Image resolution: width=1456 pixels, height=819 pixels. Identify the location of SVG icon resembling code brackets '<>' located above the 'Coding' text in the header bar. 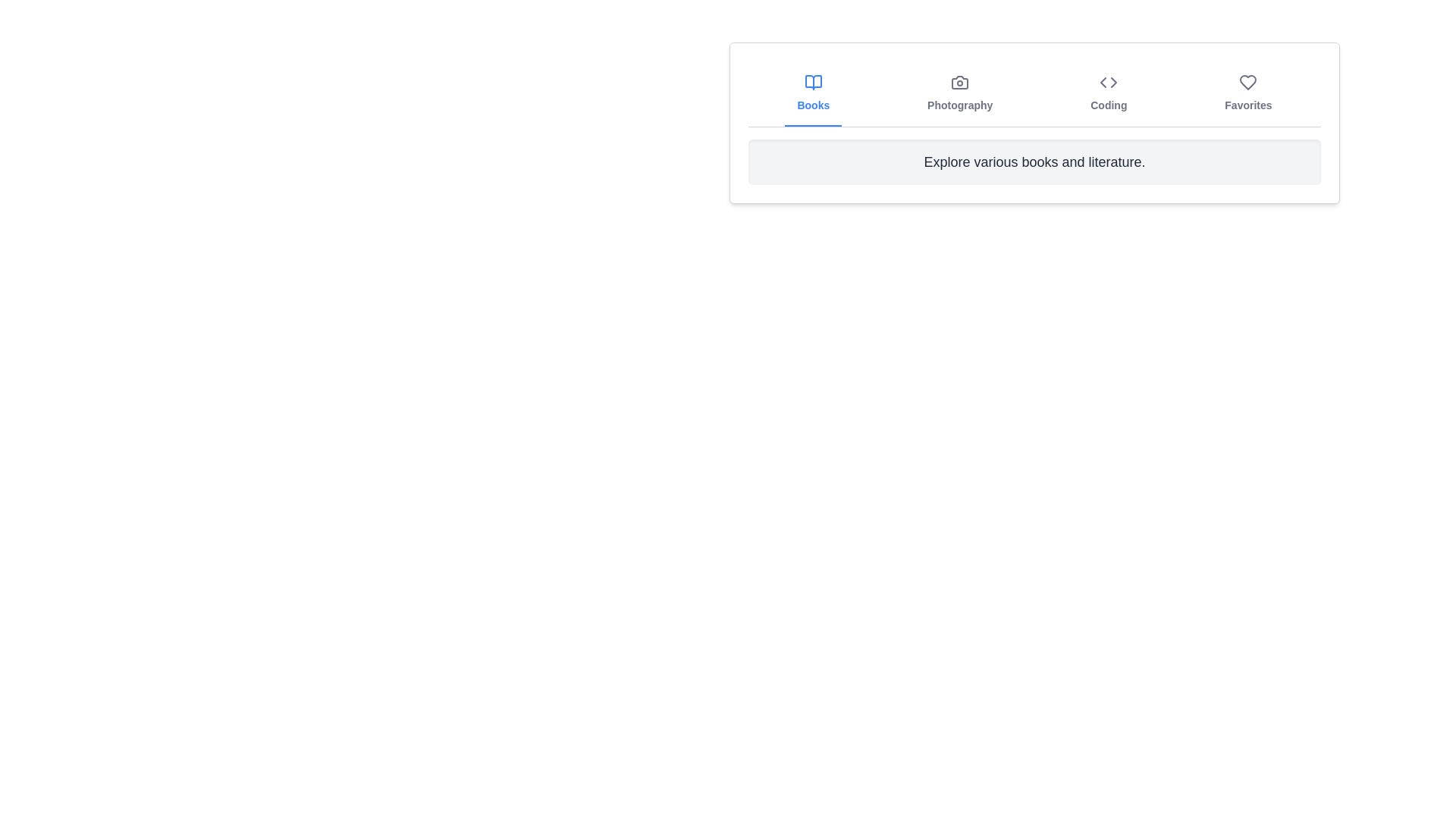
(1109, 82).